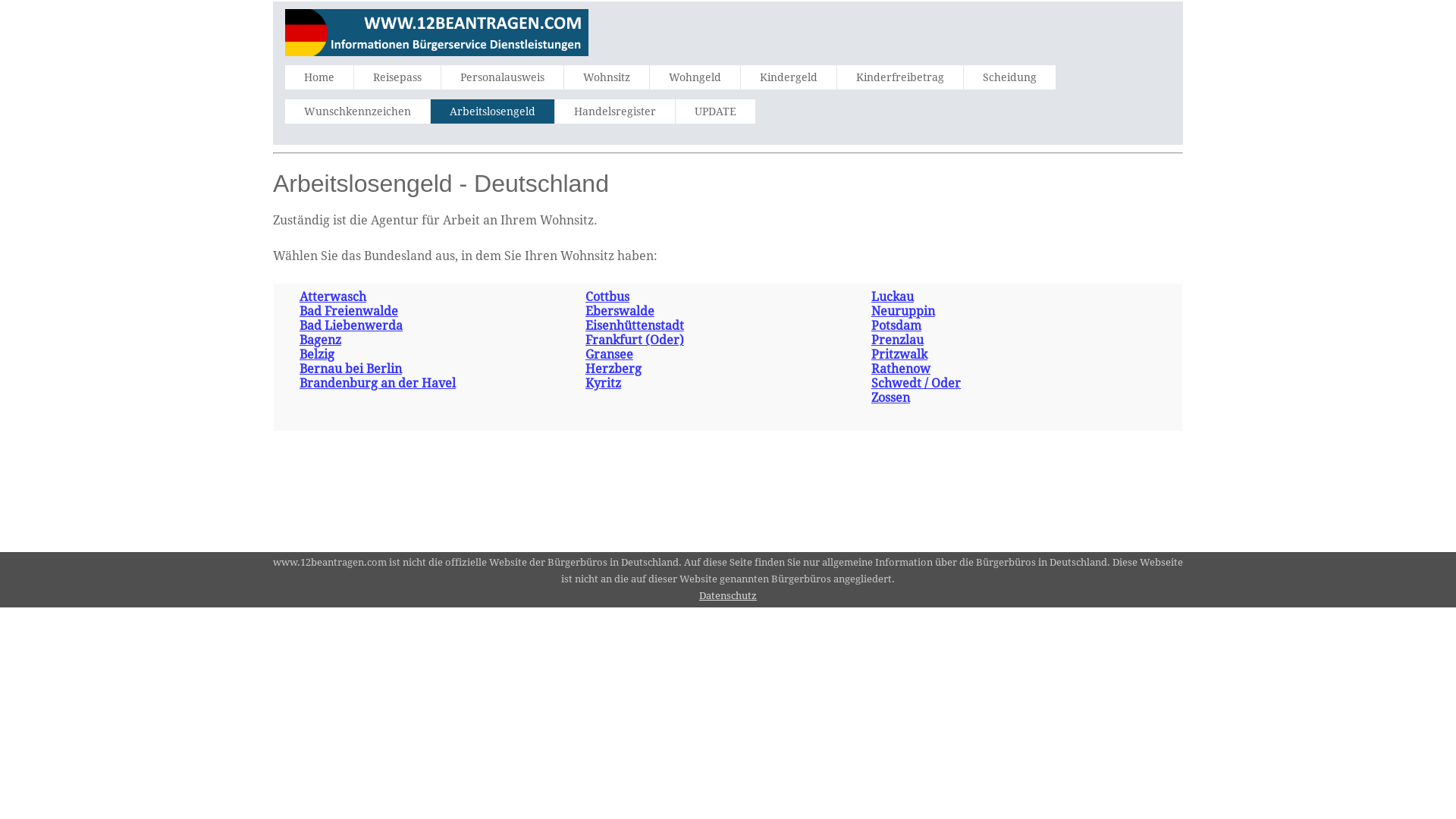 The width and height of the screenshot is (1456, 819). What do you see at coordinates (585, 339) in the screenshot?
I see `'Frankfurt (Oder)'` at bounding box center [585, 339].